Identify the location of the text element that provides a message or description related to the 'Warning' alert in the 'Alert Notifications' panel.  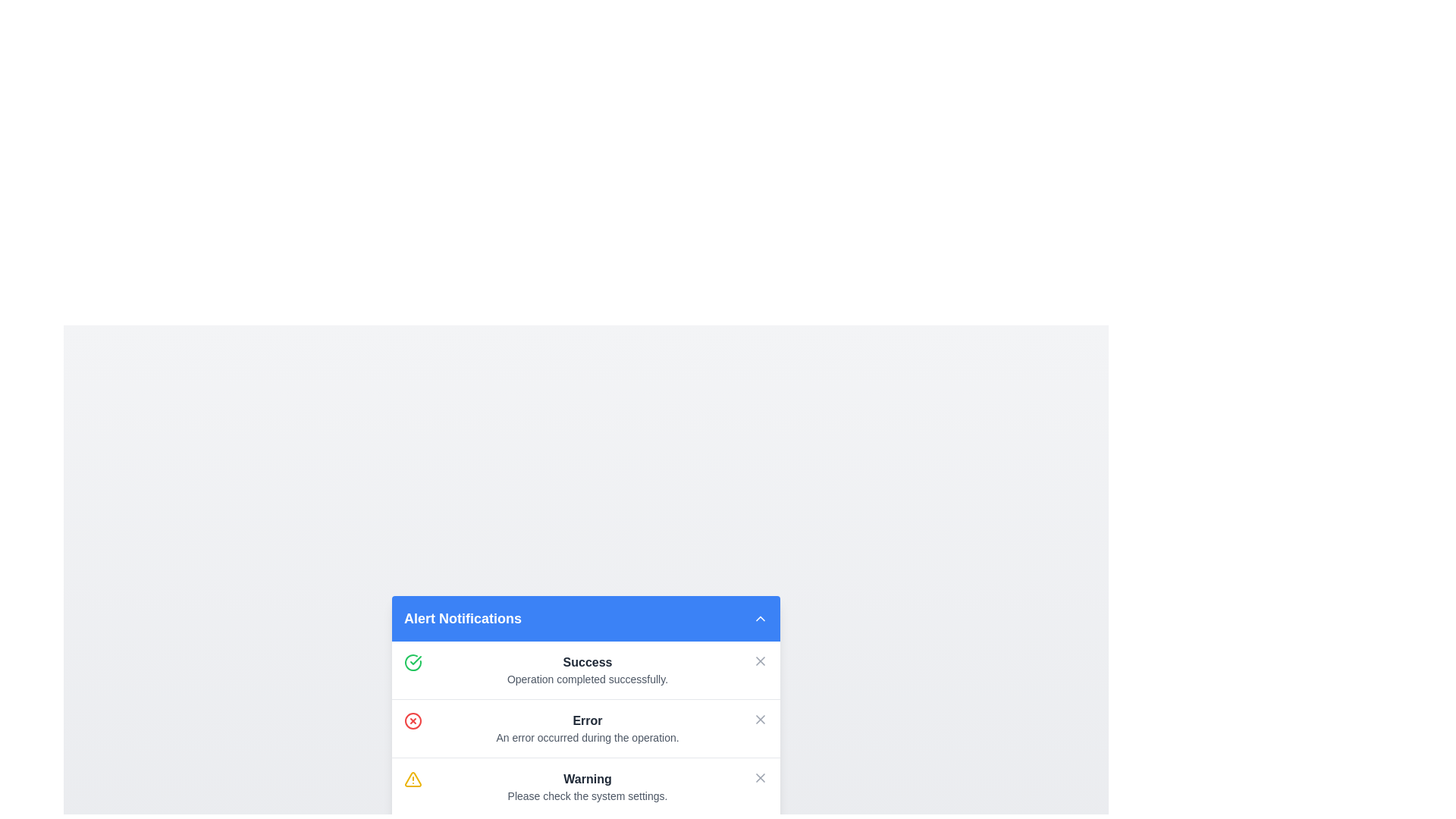
(586, 795).